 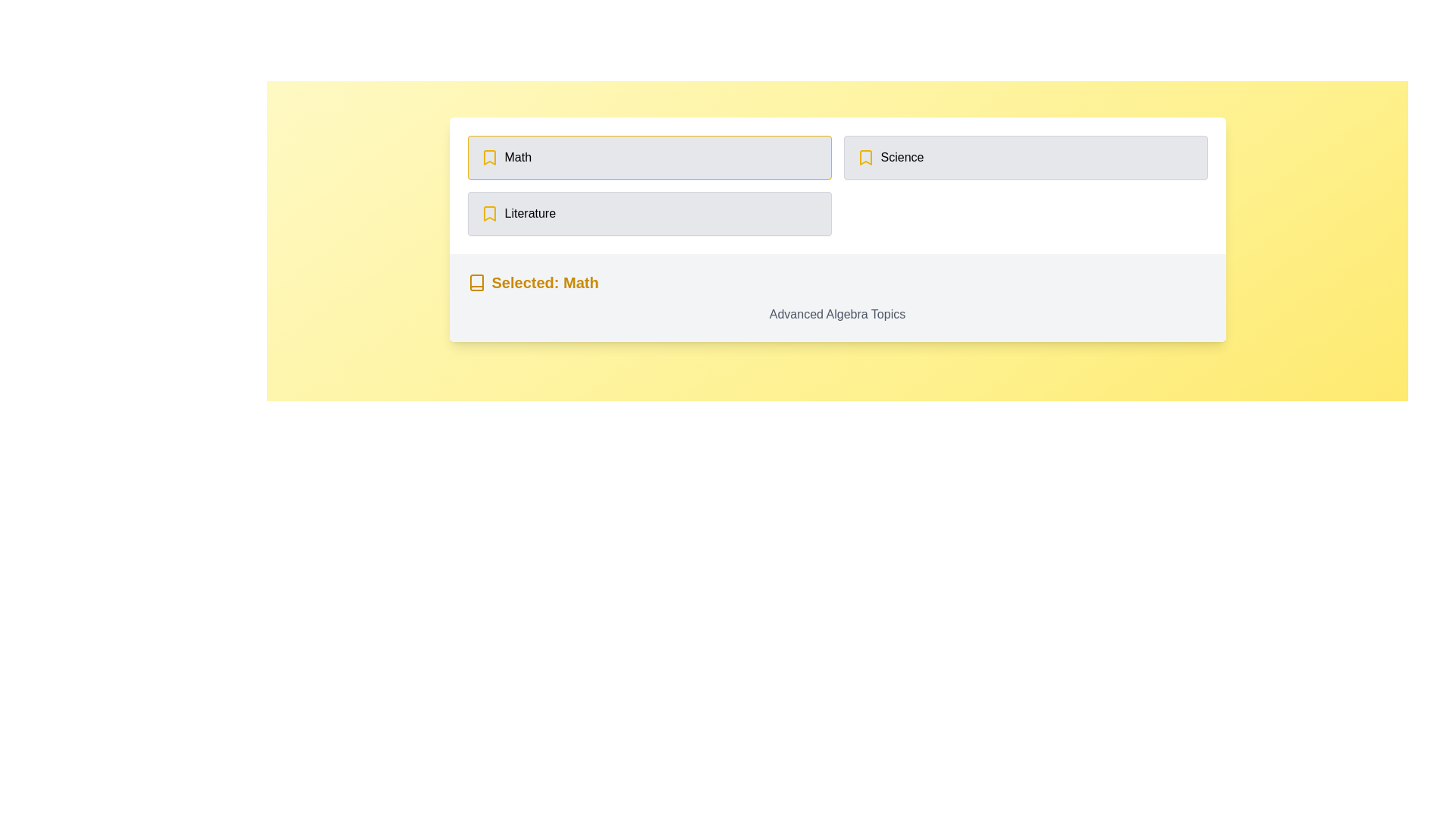 I want to click on the 'Math' label text, so click(x=518, y=158).